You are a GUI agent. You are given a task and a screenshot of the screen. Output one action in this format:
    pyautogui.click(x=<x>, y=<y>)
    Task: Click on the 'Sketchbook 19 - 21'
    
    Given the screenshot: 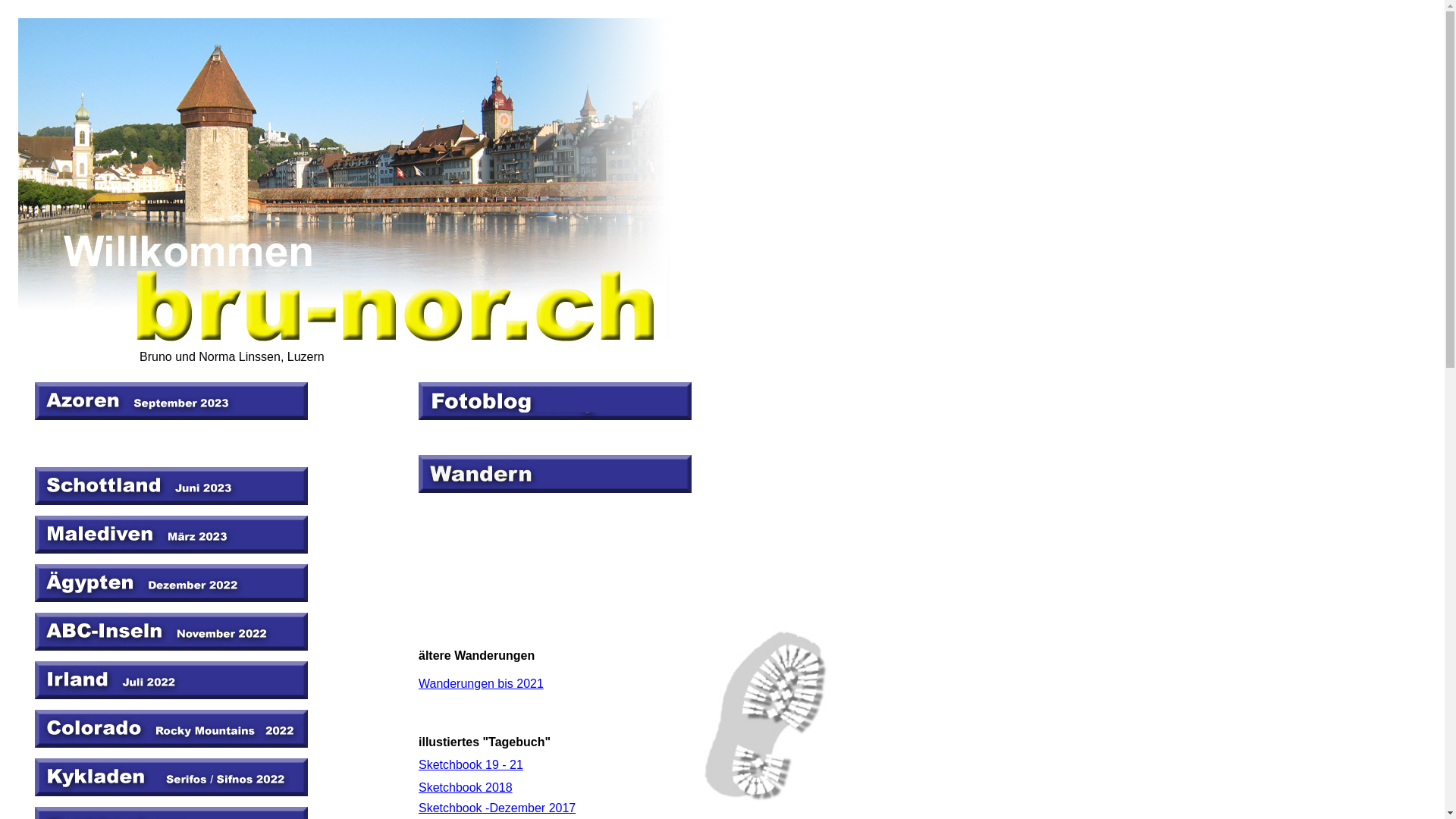 What is the action you would take?
    pyautogui.click(x=419, y=764)
    